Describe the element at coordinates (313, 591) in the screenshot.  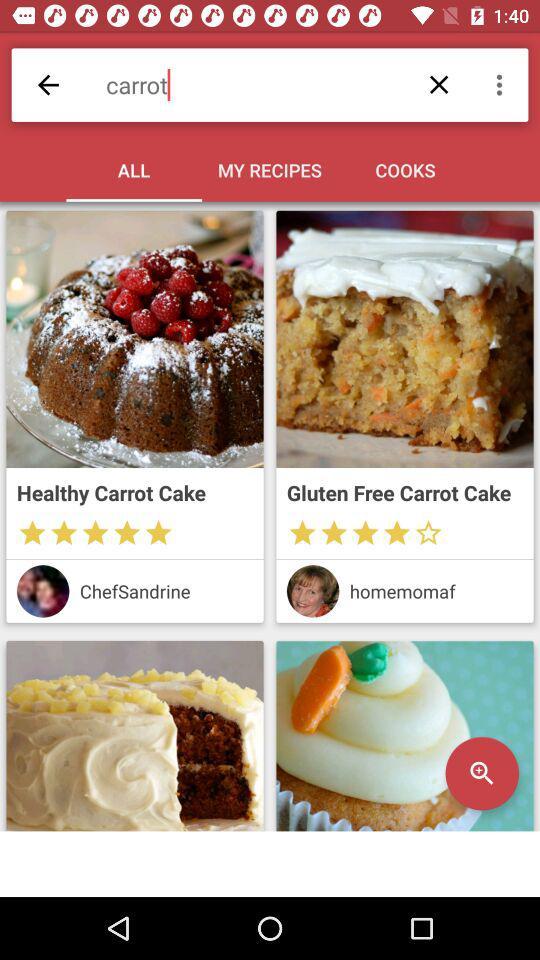
I see `see creator page` at that location.